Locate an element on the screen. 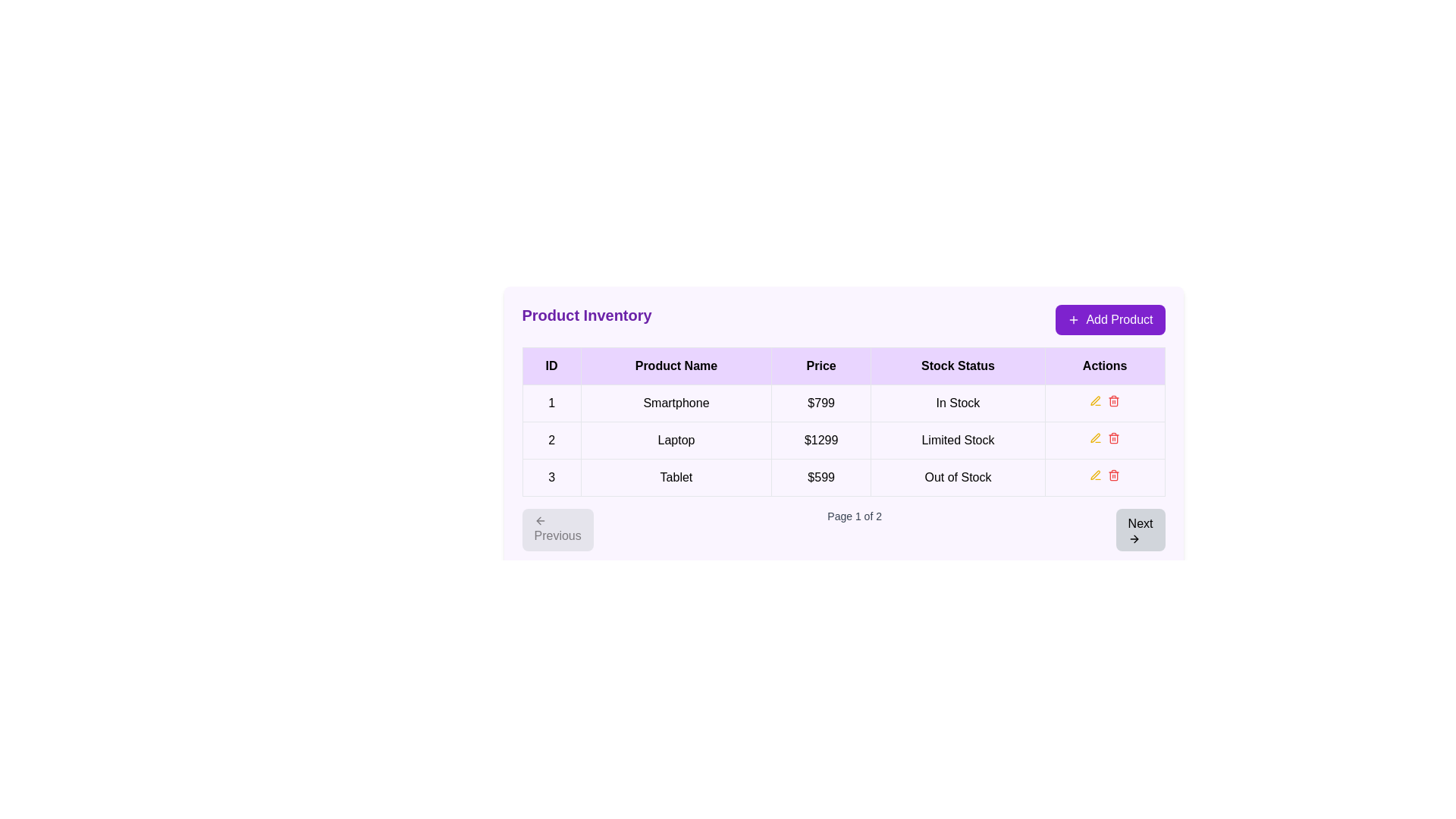 The width and height of the screenshot is (1456, 819). the text label displaying 'Smartphone', which is located in the second column of the first row of the product inventory table under the 'Product Name' header is located at coordinates (676, 403).